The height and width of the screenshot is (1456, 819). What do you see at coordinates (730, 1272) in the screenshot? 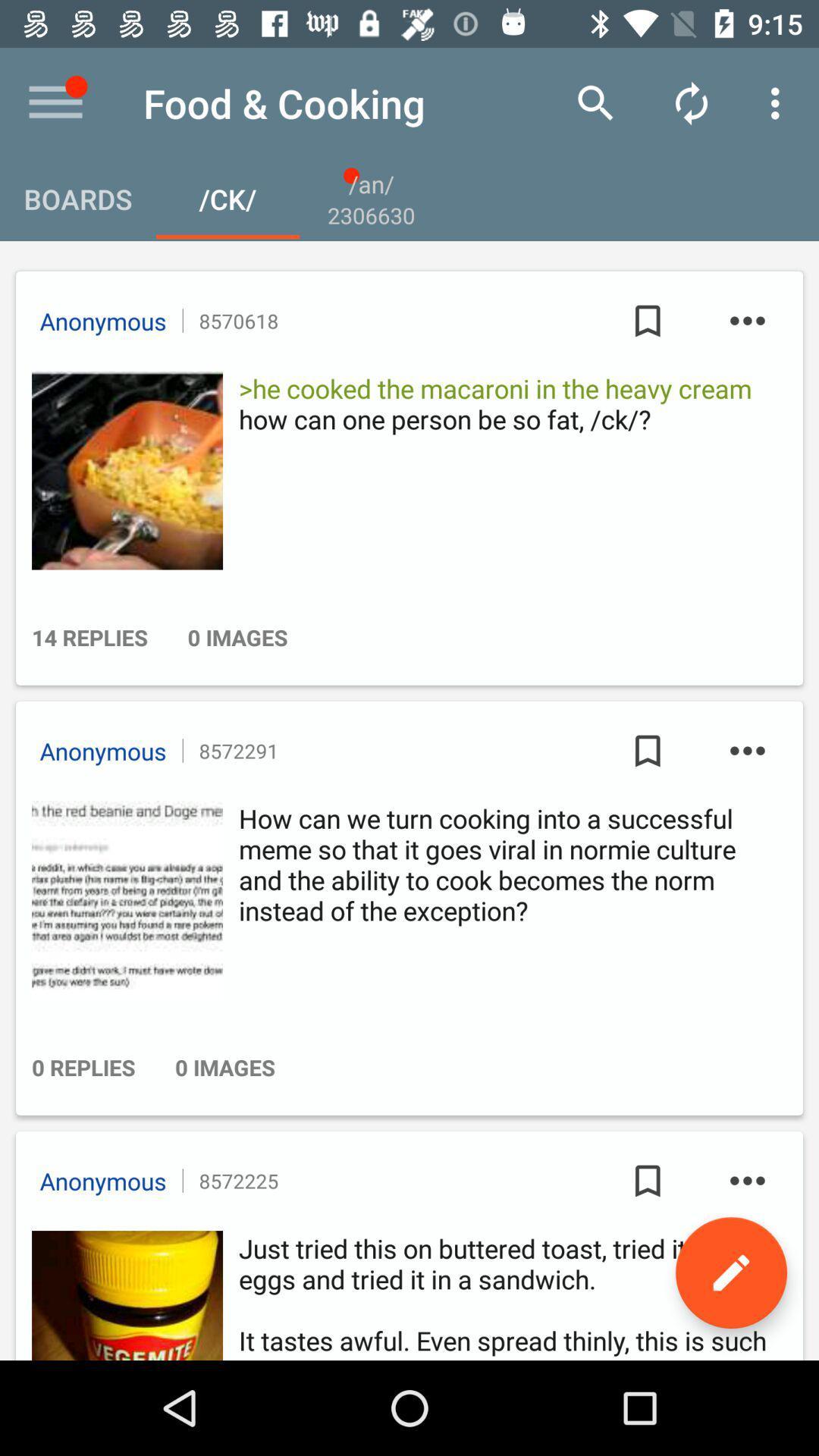
I see `the edit icon` at bounding box center [730, 1272].